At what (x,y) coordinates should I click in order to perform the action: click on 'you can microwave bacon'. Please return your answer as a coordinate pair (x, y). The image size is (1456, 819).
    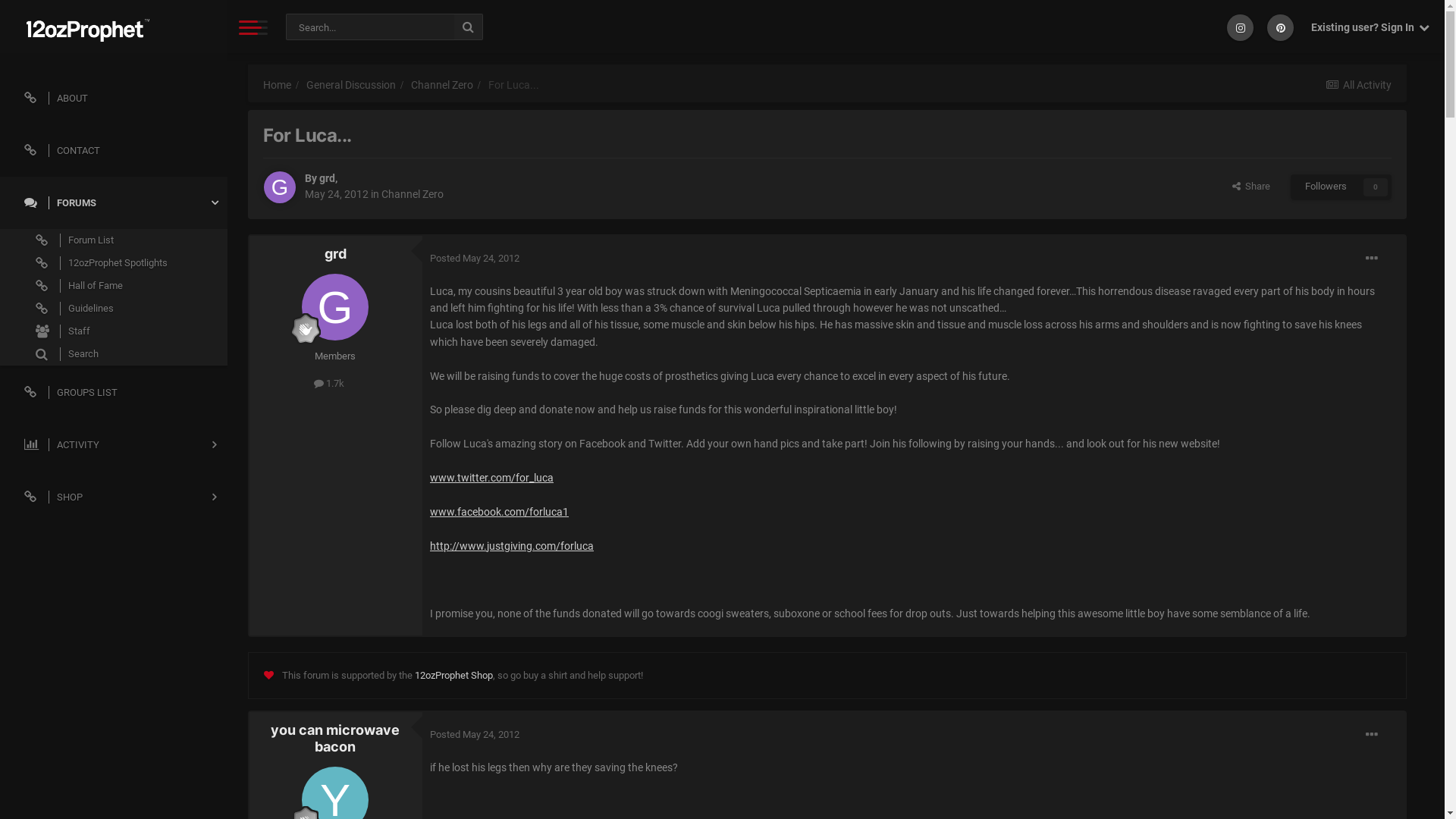
    Looking at the image, I should click on (334, 737).